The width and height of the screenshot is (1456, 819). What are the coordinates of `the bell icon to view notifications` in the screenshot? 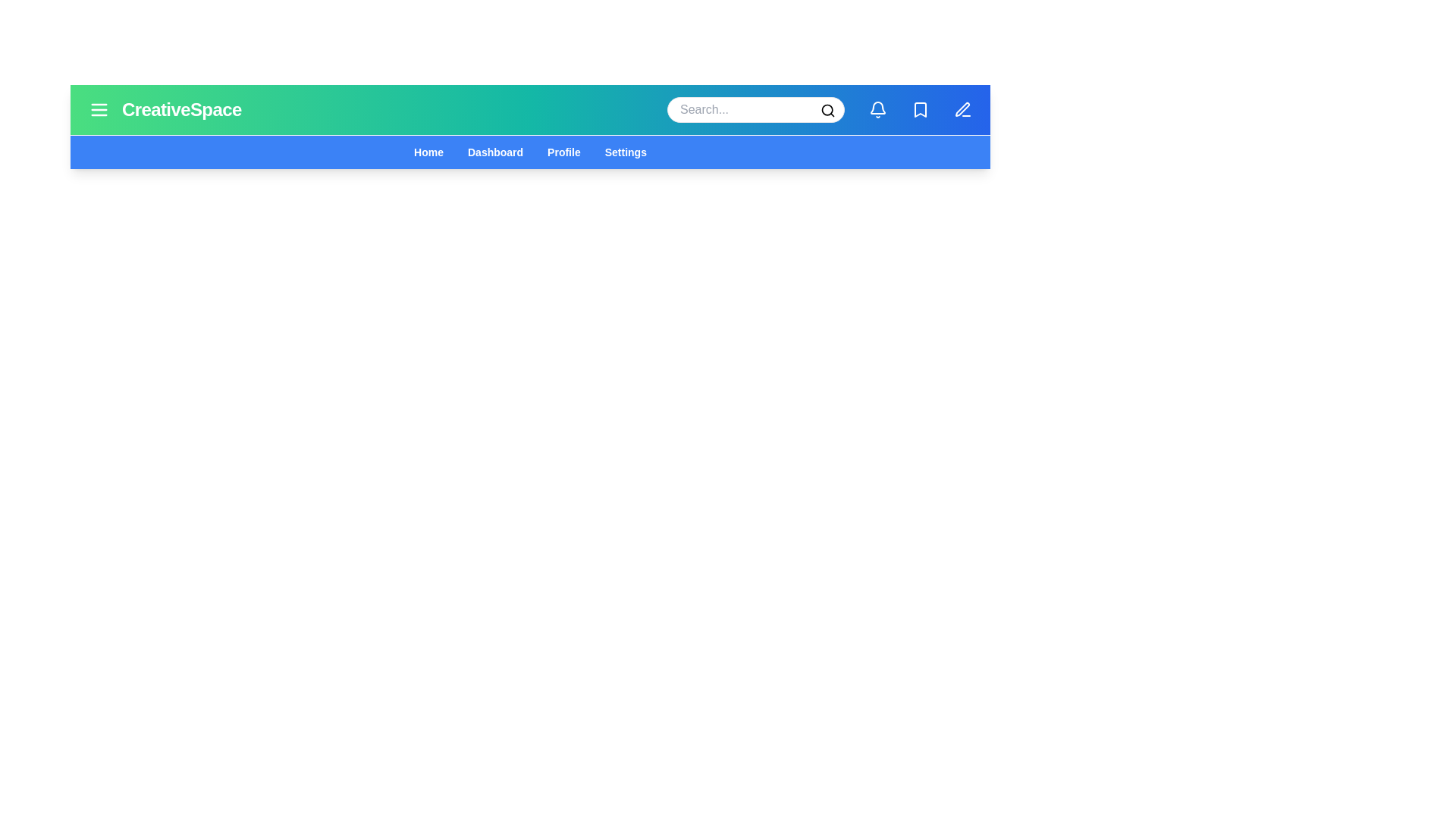 It's located at (877, 109).